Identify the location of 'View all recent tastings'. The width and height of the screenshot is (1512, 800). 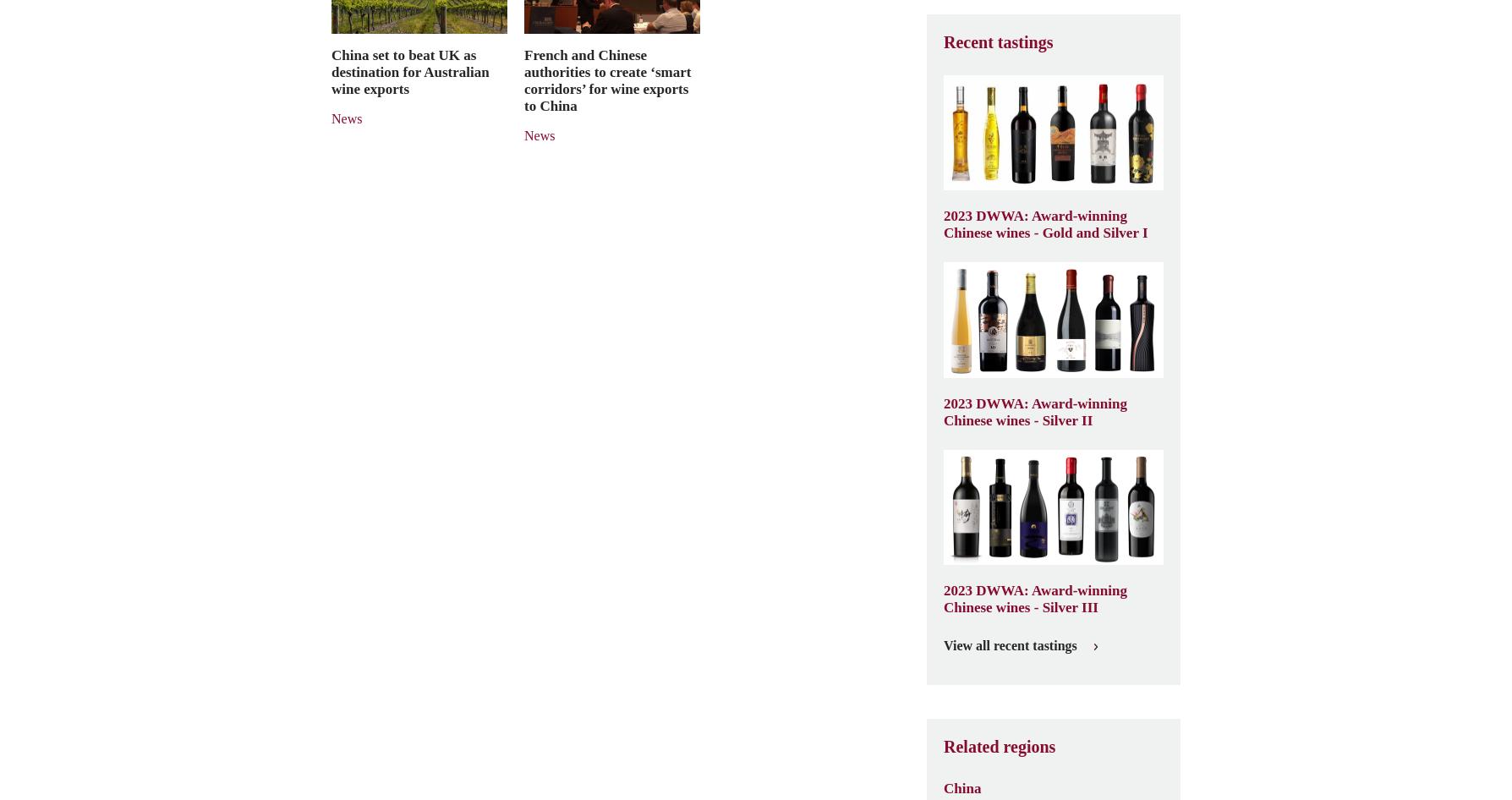
(1009, 644).